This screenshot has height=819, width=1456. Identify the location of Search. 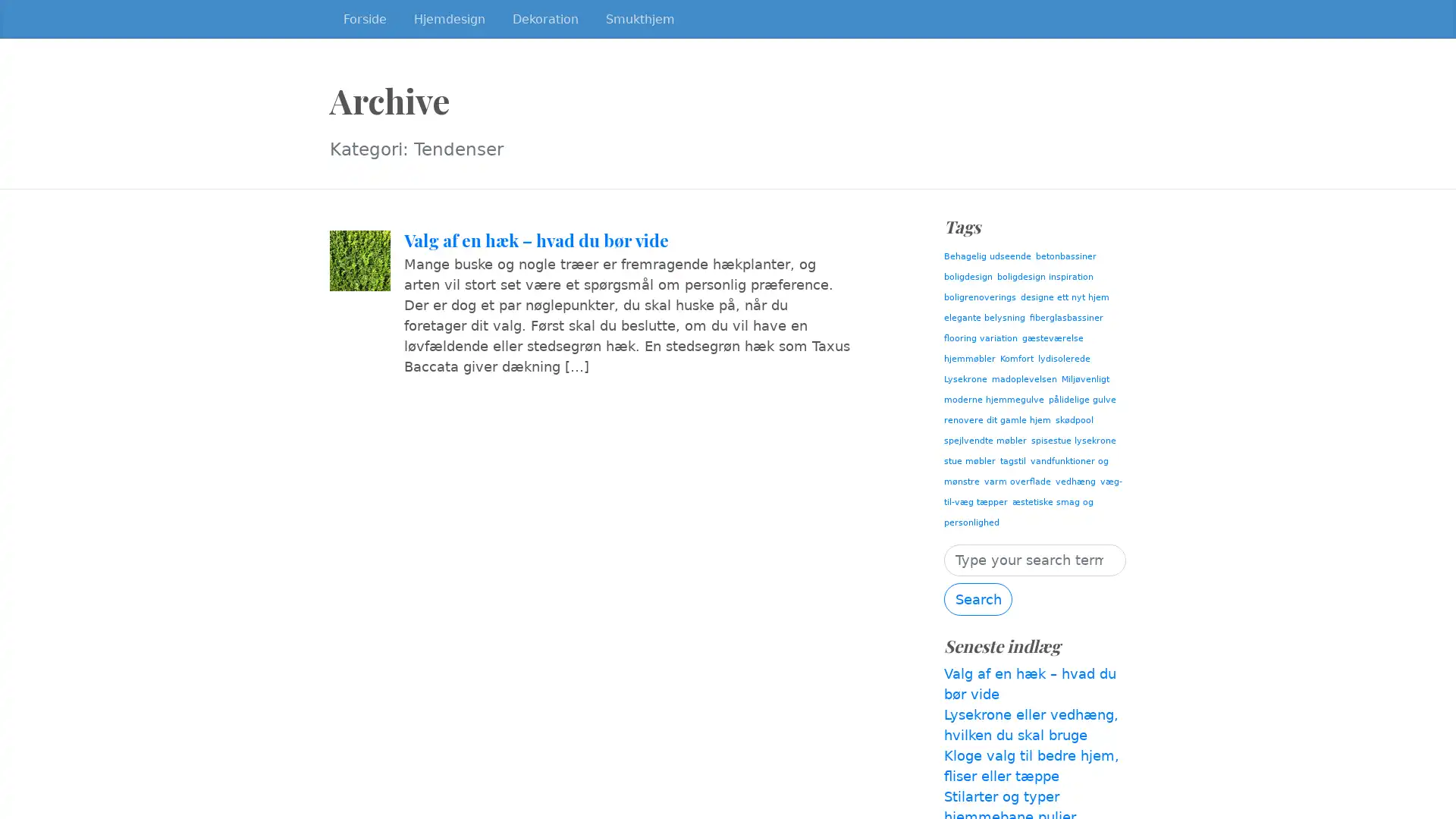
(978, 598).